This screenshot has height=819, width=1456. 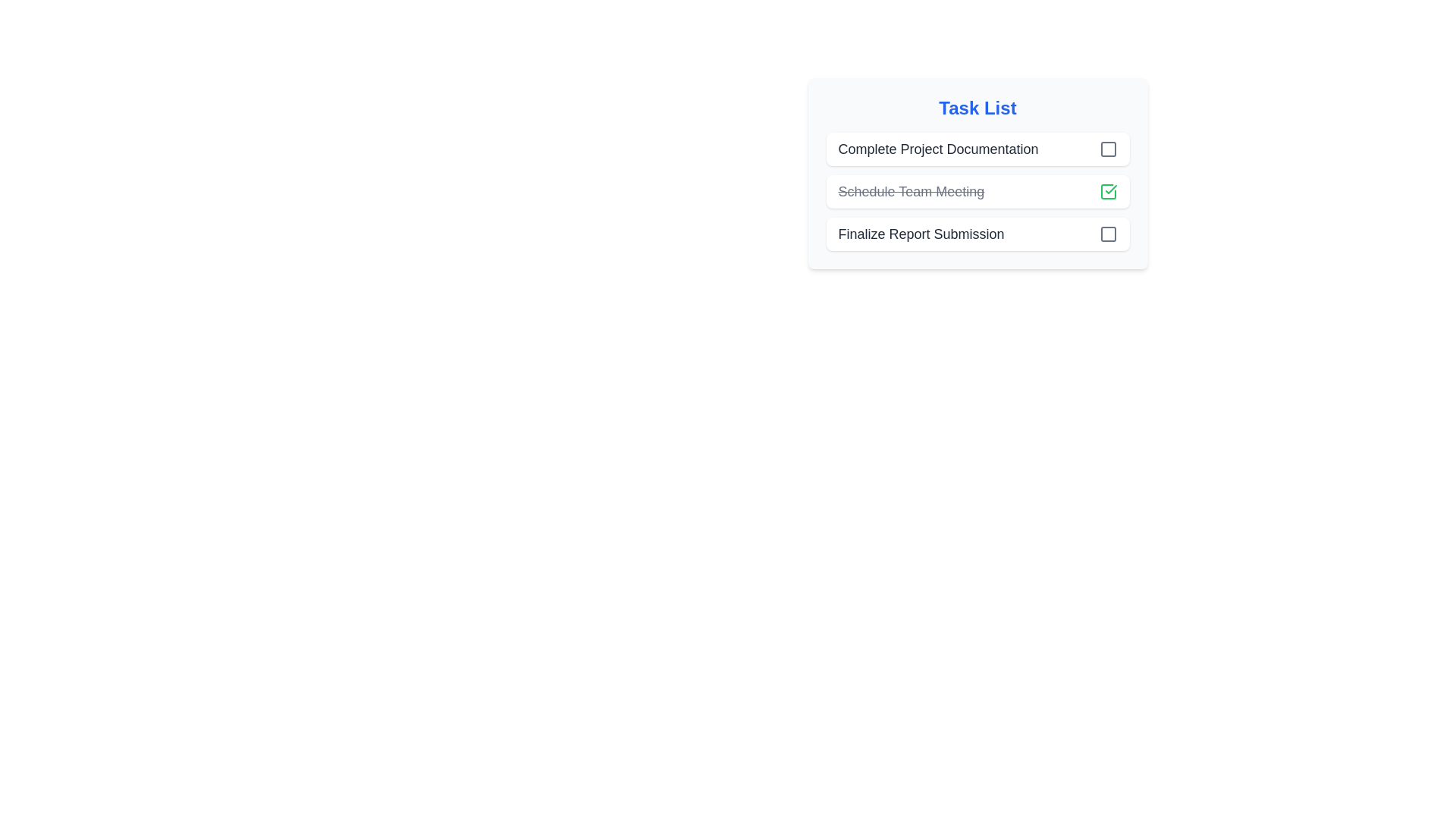 I want to click on the Checkbox visual indicator for the 'Schedule Team Meeting' task, so click(x=1108, y=191).